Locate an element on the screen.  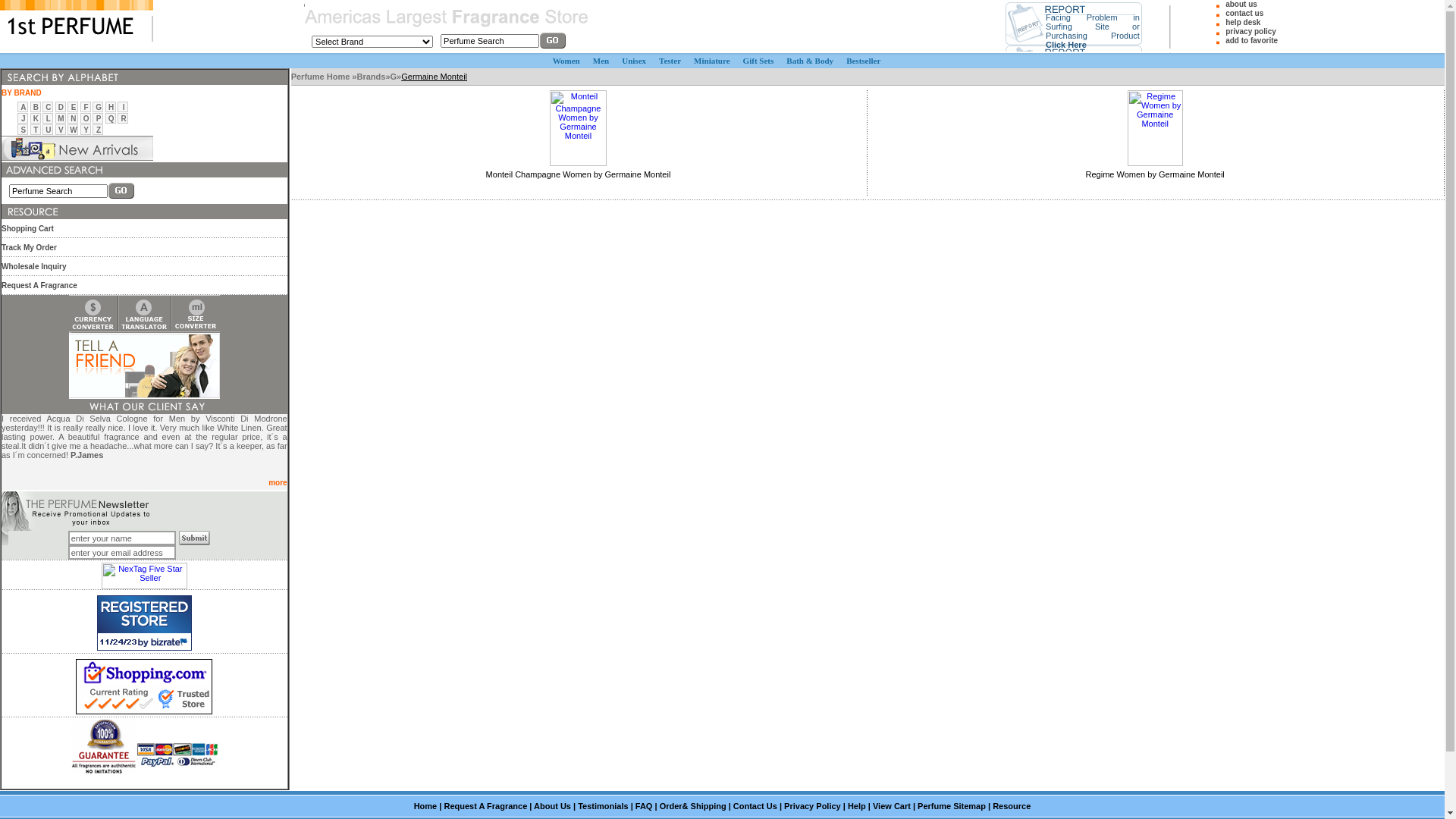
'E' is located at coordinates (71, 106).